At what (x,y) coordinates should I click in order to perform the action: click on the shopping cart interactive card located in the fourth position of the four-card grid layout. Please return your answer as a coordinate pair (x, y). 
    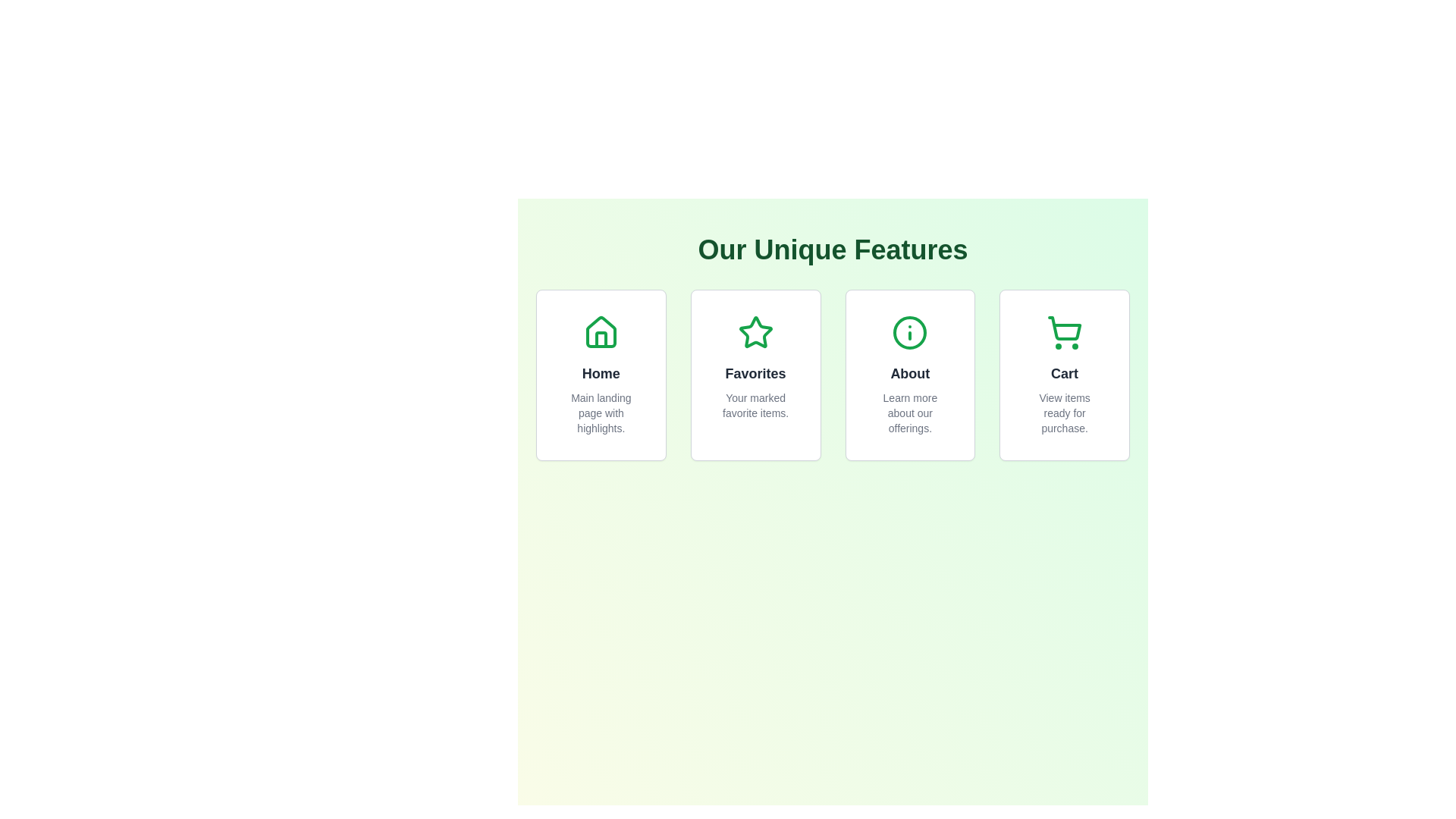
    Looking at the image, I should click on (1063, 375).